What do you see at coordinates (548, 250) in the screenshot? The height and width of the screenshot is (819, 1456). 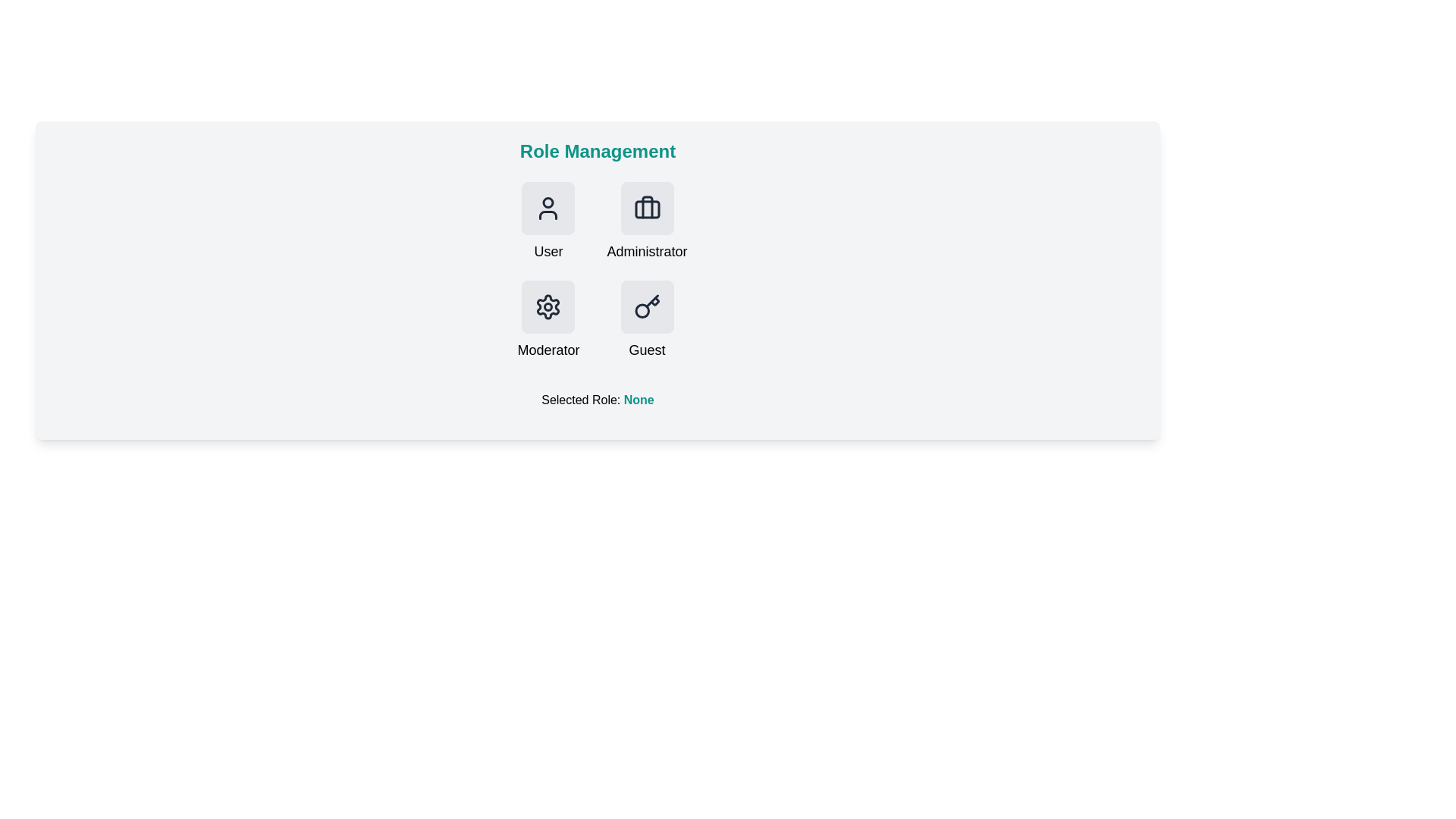 I see `the text label that describes the associated user role` at bounding box center [548, 250].